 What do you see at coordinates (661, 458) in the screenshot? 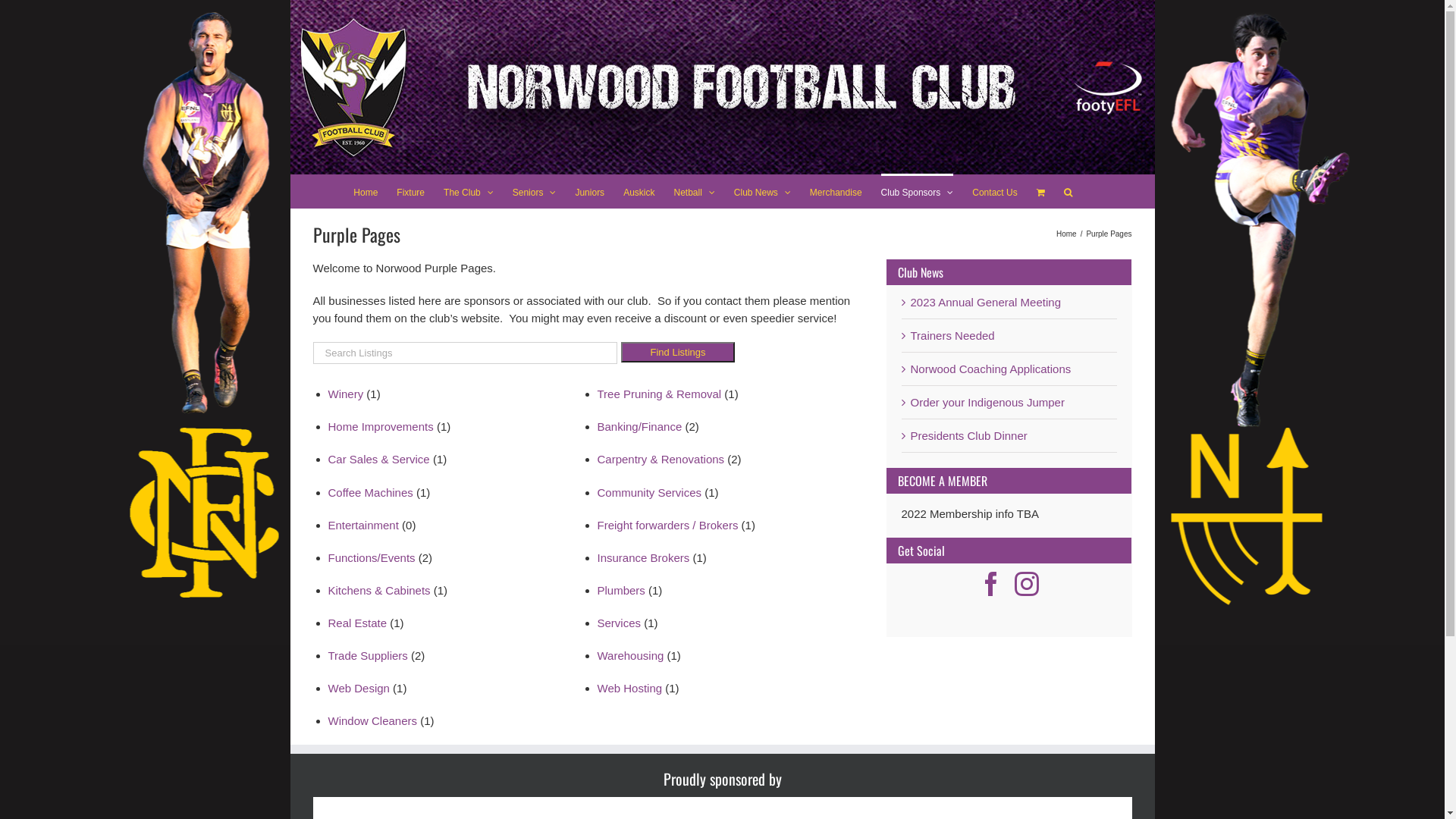
I see `'Carpentry & Renovations'` at bounding box center [661, 458].